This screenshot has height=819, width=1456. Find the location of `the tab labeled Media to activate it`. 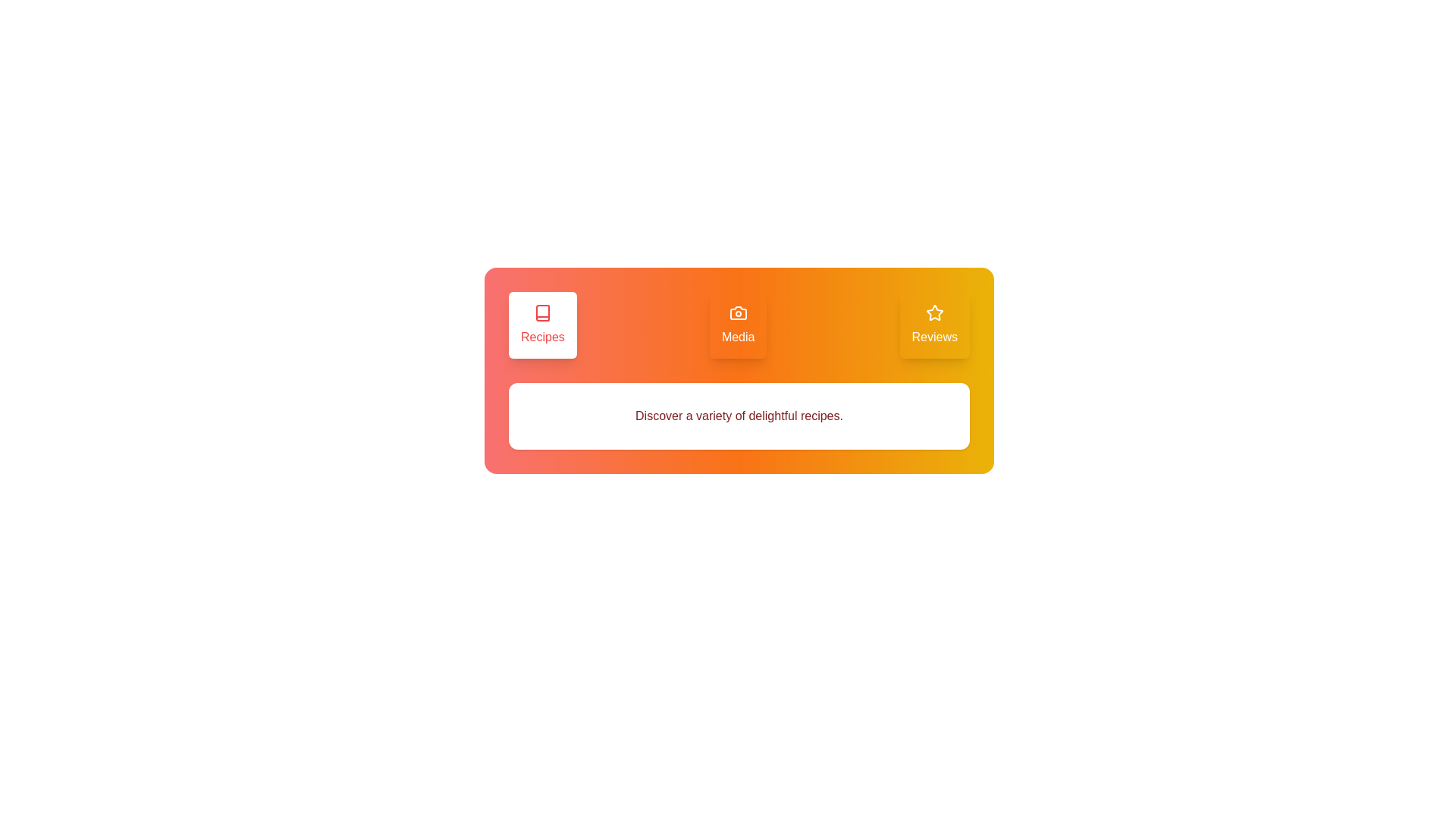

the tab labeled Media to activate it is located at coordinates (738, 324).